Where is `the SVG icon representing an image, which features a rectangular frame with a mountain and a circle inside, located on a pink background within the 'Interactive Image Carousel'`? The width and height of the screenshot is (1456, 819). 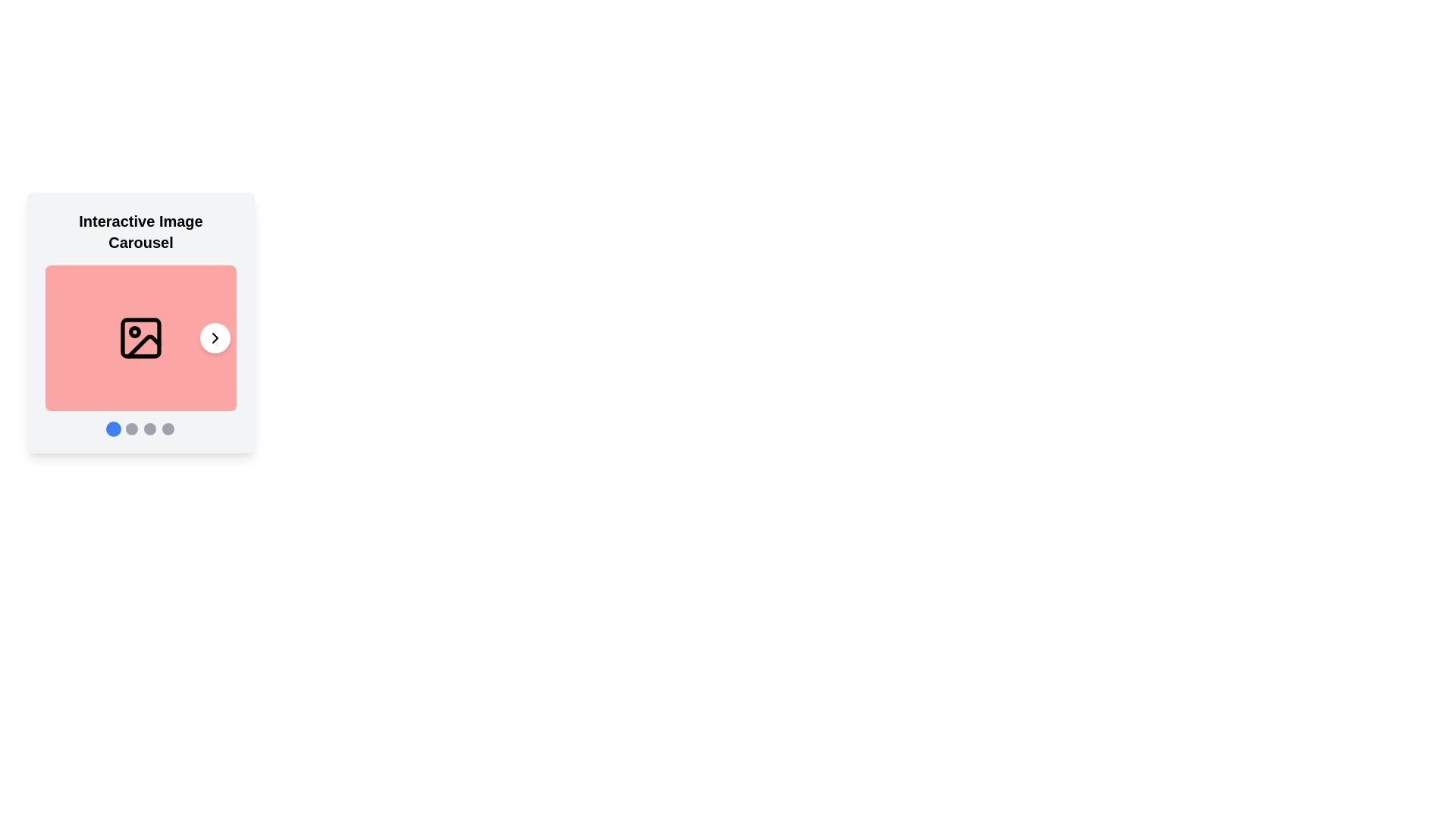 the SVG icon representing an image, which features a rectangular frame with a mountain and a circle inside, located on a pink background within the 'Interactive Image Carousel' is located at coordinates (141, 337).